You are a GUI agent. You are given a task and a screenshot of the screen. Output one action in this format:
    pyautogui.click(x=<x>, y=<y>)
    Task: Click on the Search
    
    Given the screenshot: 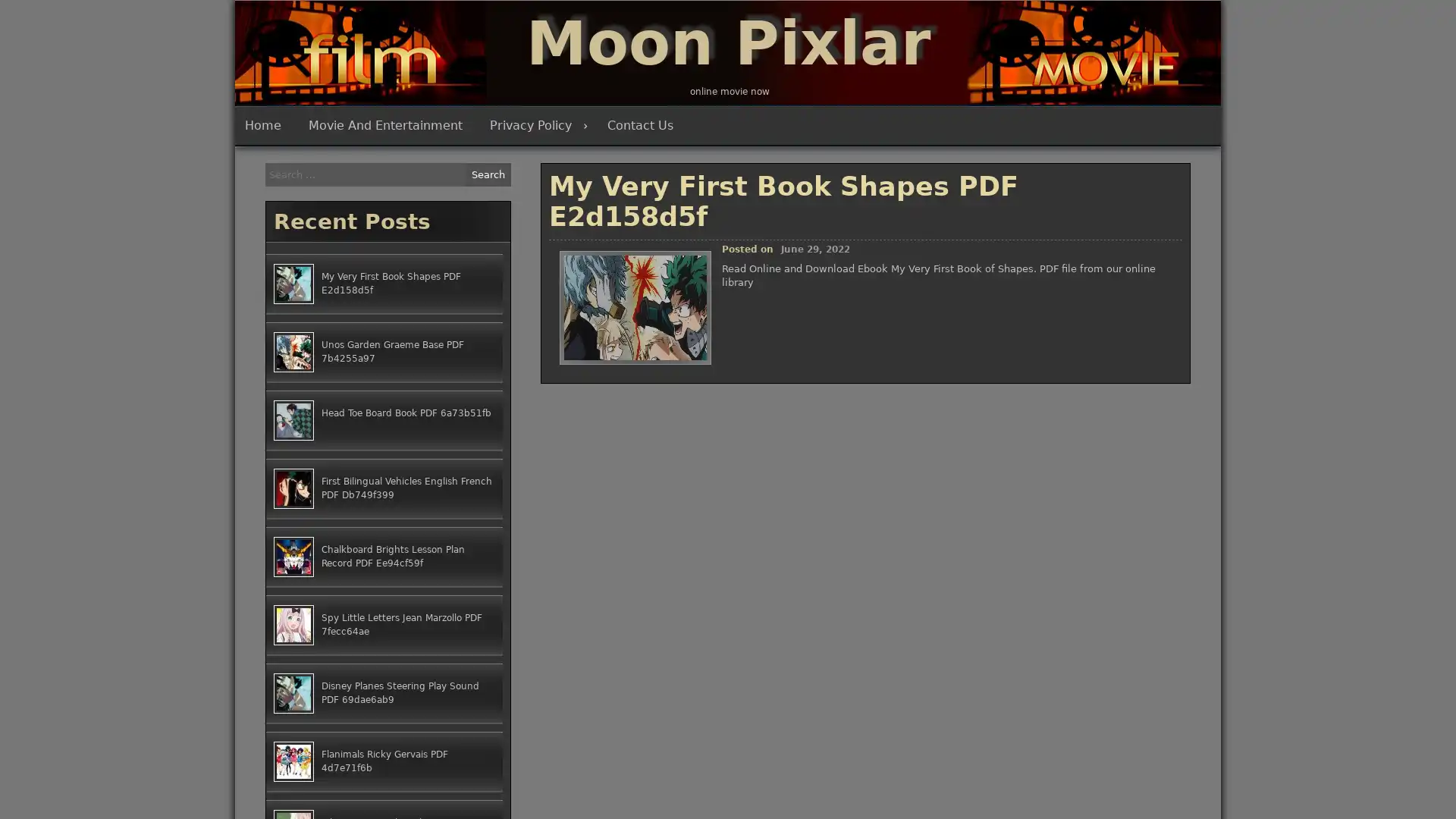 What is the action you would take?
    pyautogui.click(x=488, y=174)
    